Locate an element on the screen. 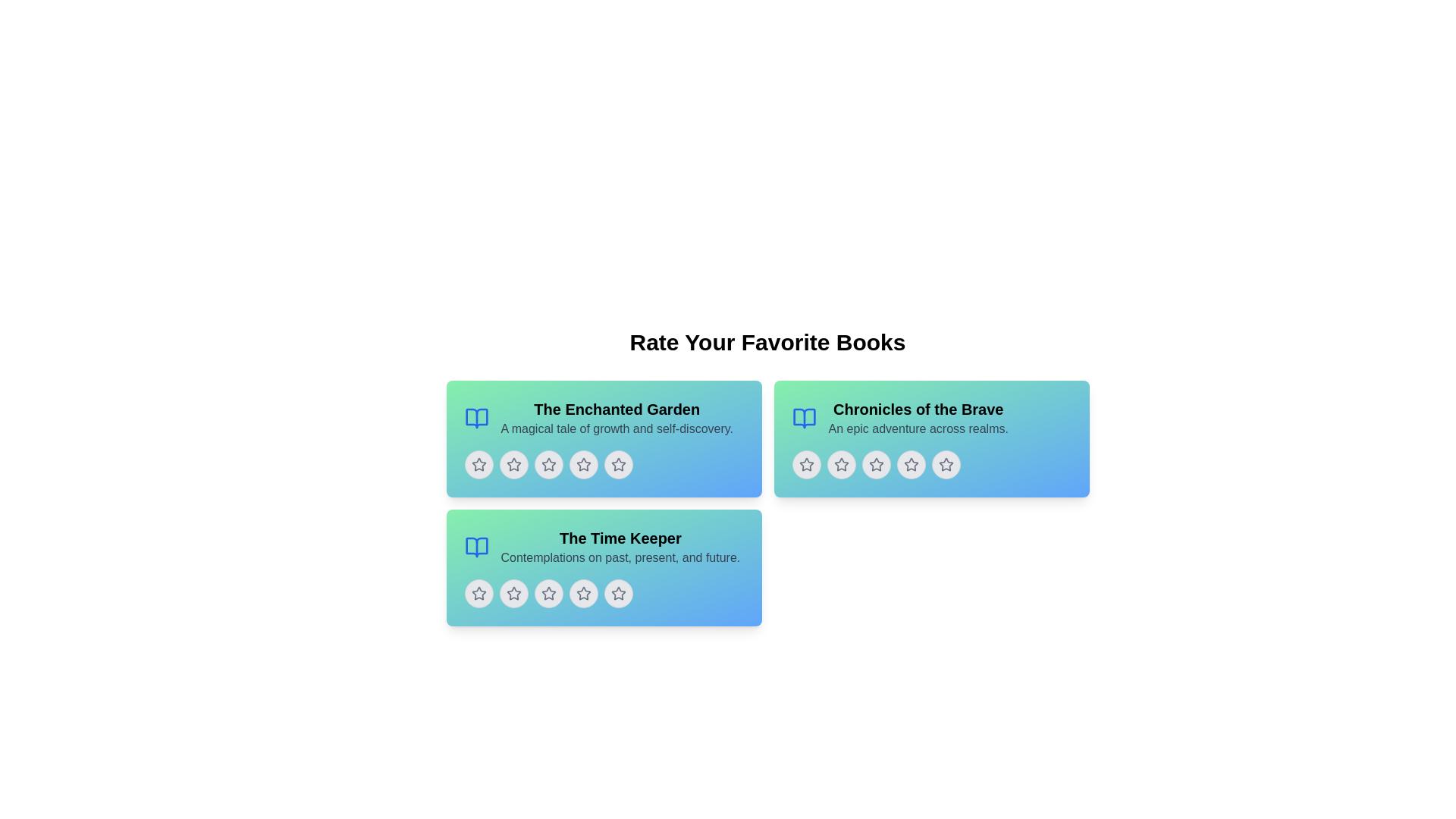  the star button in the Rating component under the book card titled 'The Time Keeper' is located at coordinates (603, 593).